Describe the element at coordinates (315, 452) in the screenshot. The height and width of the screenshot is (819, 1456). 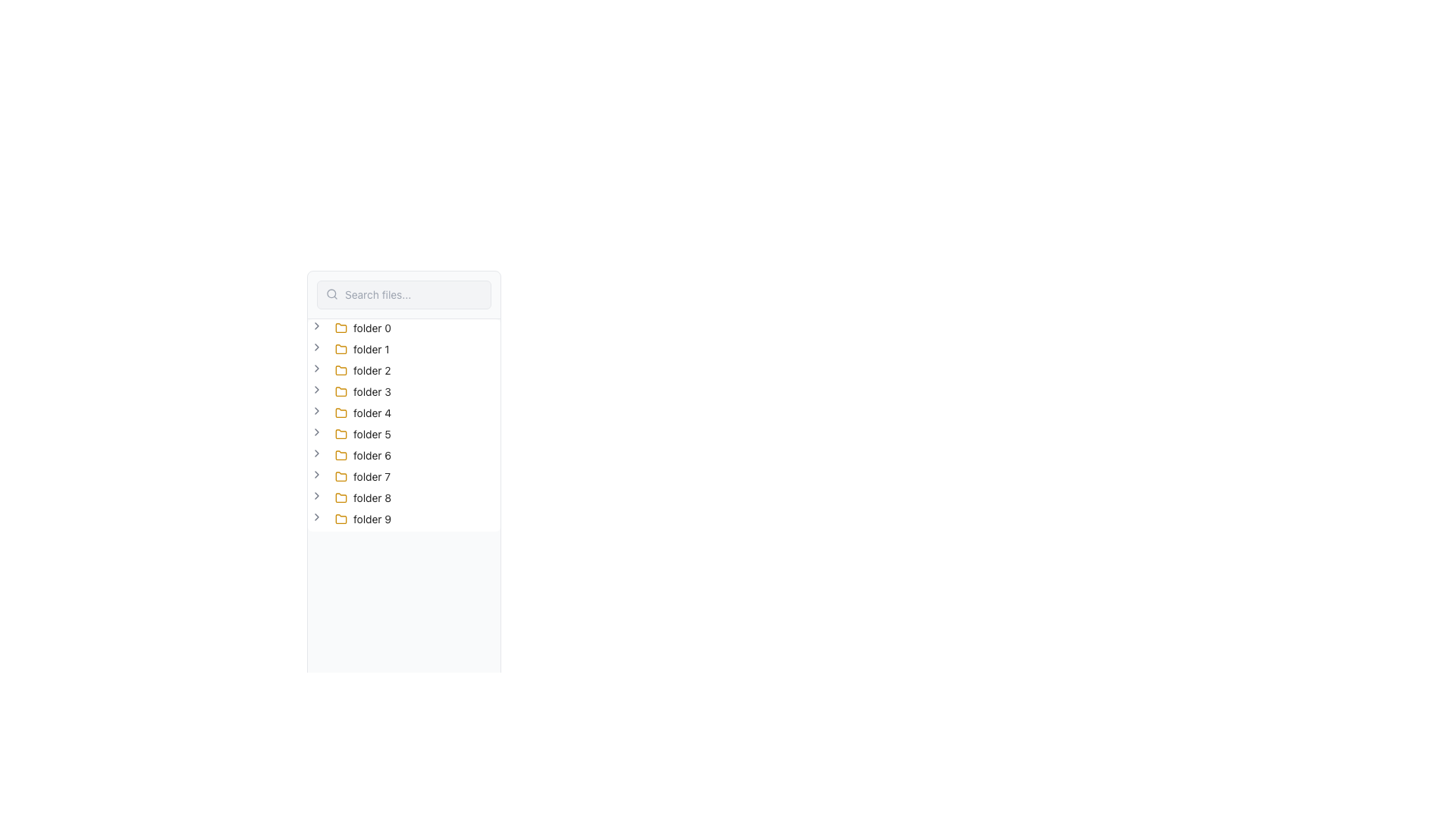
I see `the rightward-pointing chevron icon button associated with 'folder 6' to trigger a visual state change` at that location.